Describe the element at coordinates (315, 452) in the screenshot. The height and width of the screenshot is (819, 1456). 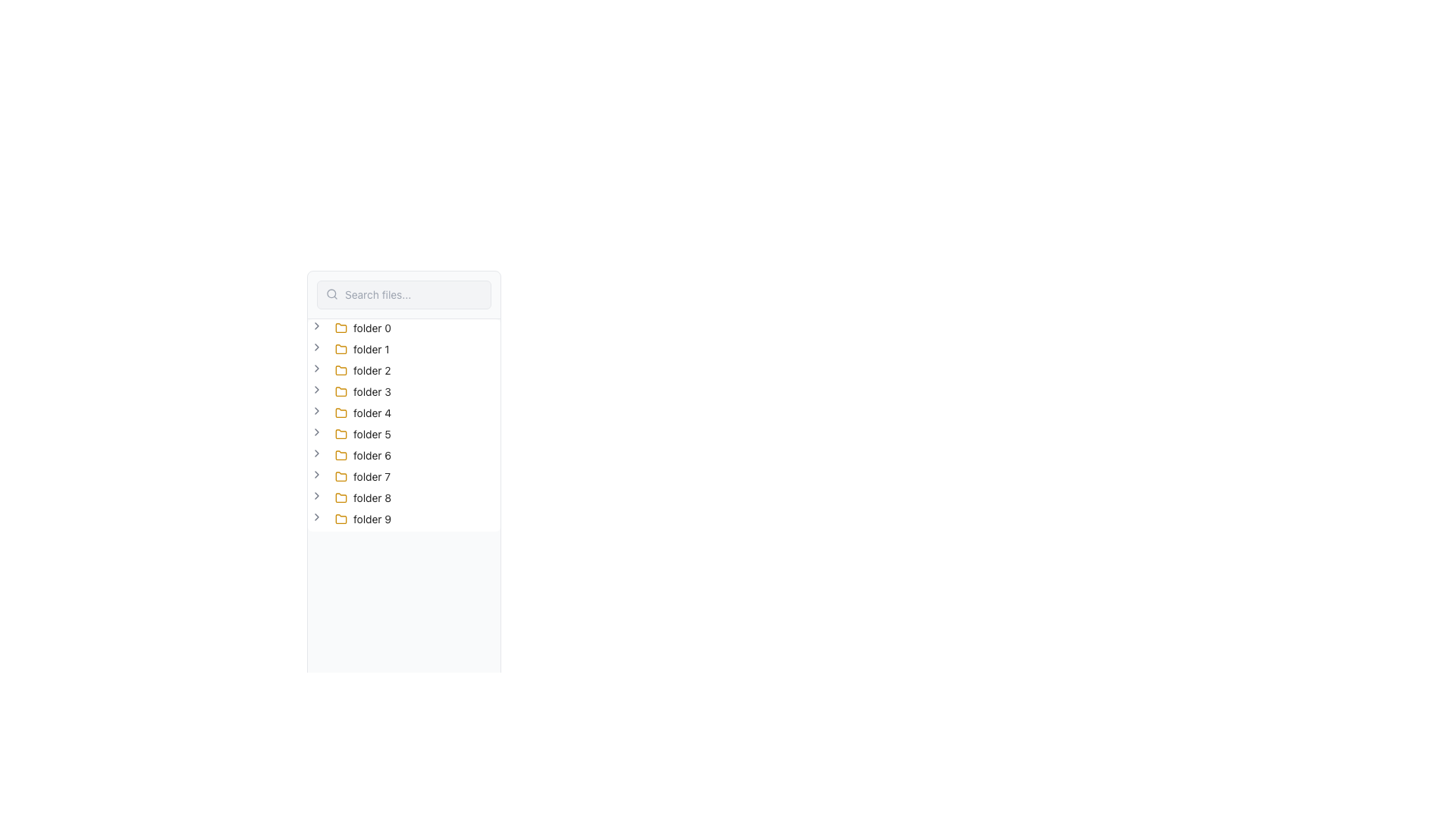
I see `the rightward-pointing chevron icon button associated with 'folder 6' to trigger a visual state change` at that location.